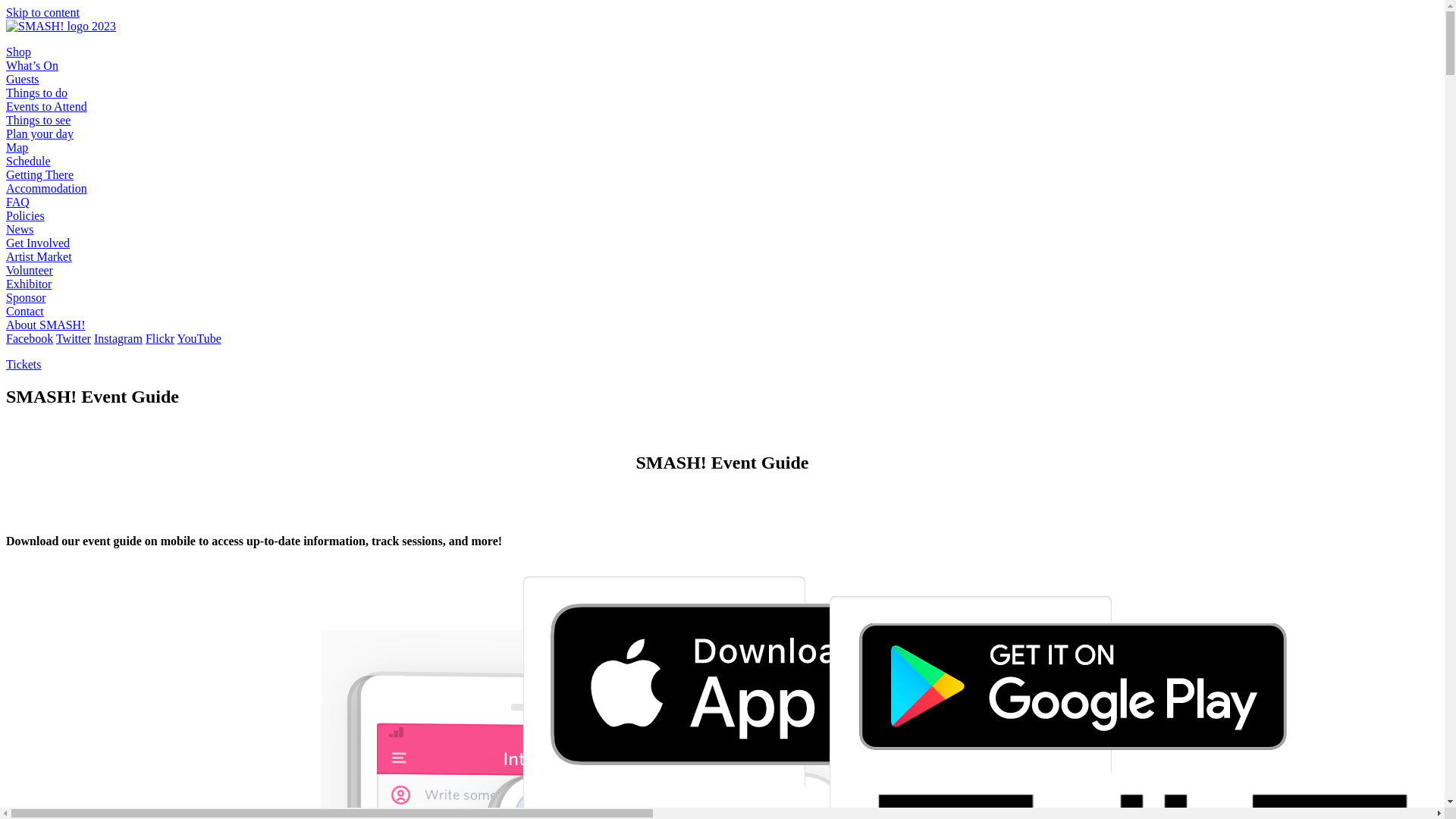 This screenshot has width=1456, height=819. I want to click on 'News', so click(19, 229).